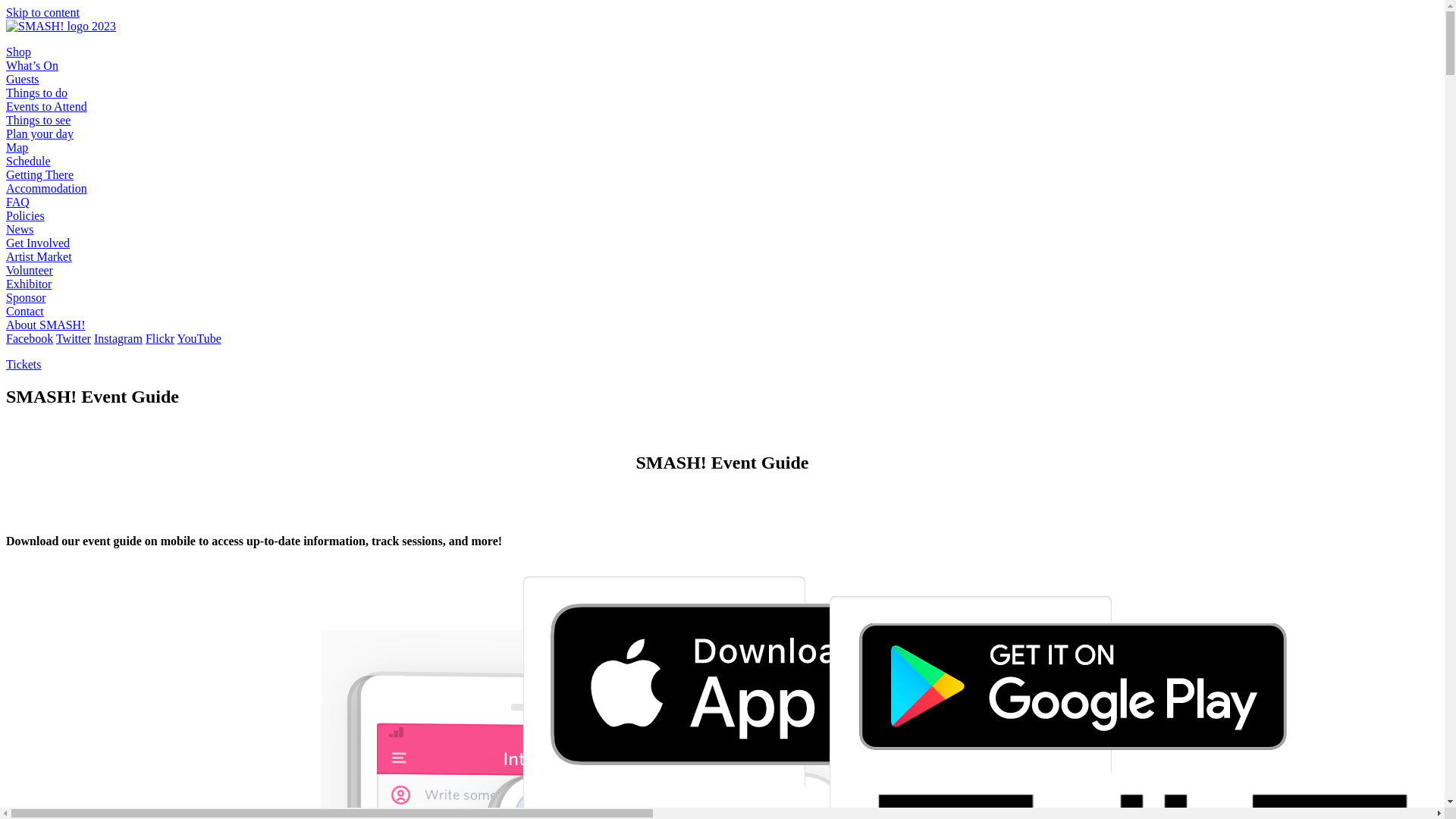 This screenshot has width=1456, height=819. I want to click on 'News', so click(19, 229).